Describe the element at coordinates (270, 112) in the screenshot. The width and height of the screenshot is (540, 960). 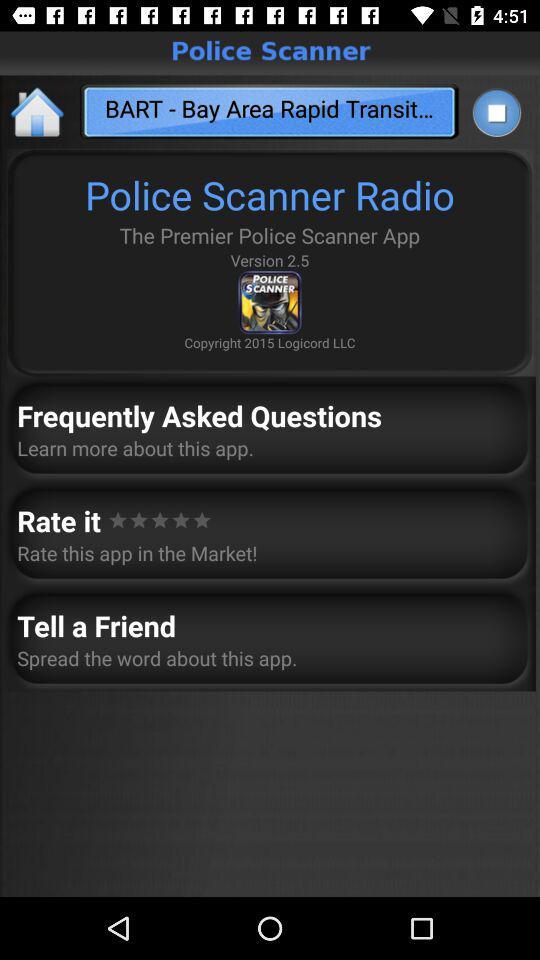
I see `the text below the police scanner` at that location.